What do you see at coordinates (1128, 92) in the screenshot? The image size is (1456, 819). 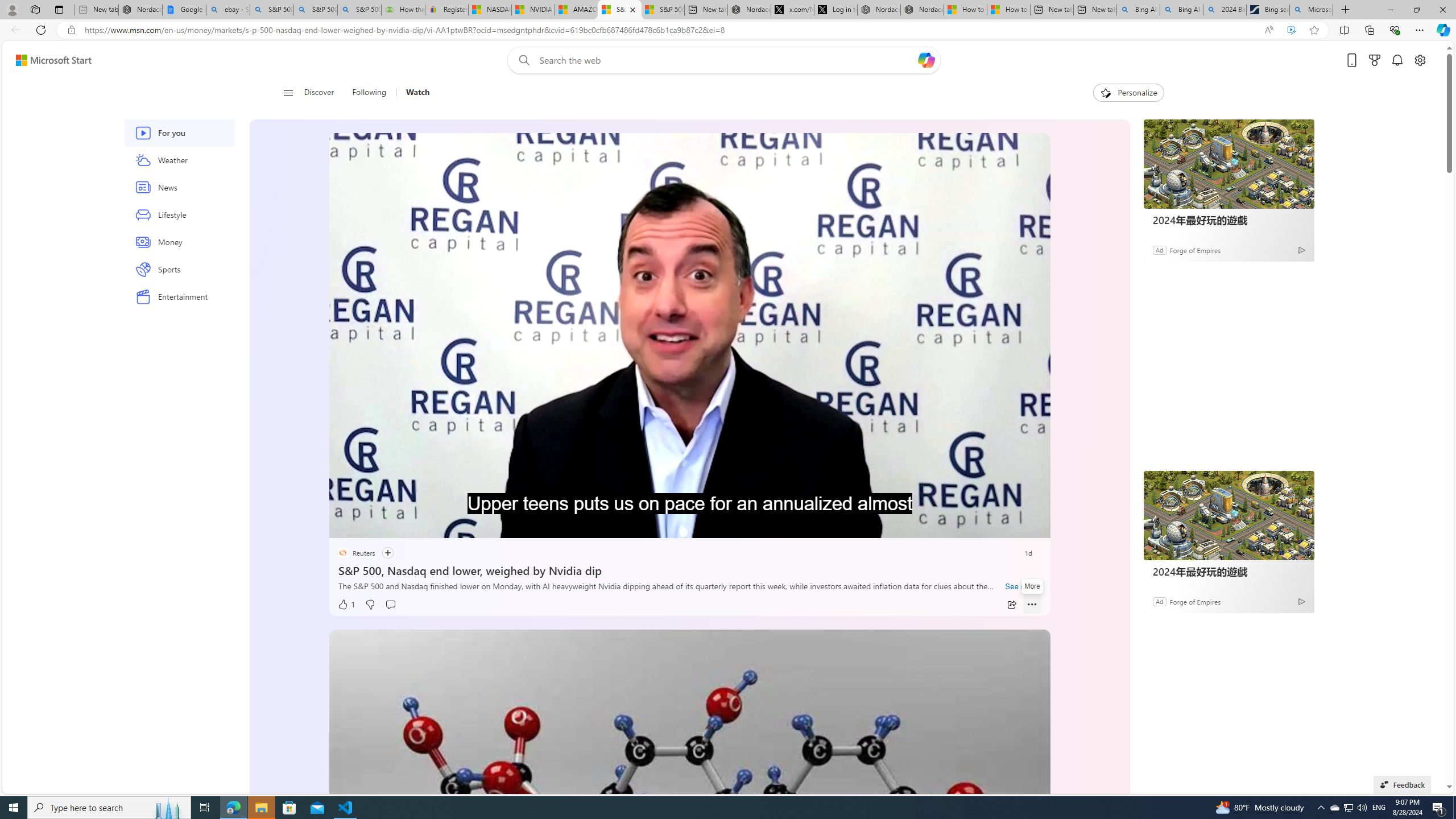 I see `'Personalize'` at bounding box center [1128, 92].